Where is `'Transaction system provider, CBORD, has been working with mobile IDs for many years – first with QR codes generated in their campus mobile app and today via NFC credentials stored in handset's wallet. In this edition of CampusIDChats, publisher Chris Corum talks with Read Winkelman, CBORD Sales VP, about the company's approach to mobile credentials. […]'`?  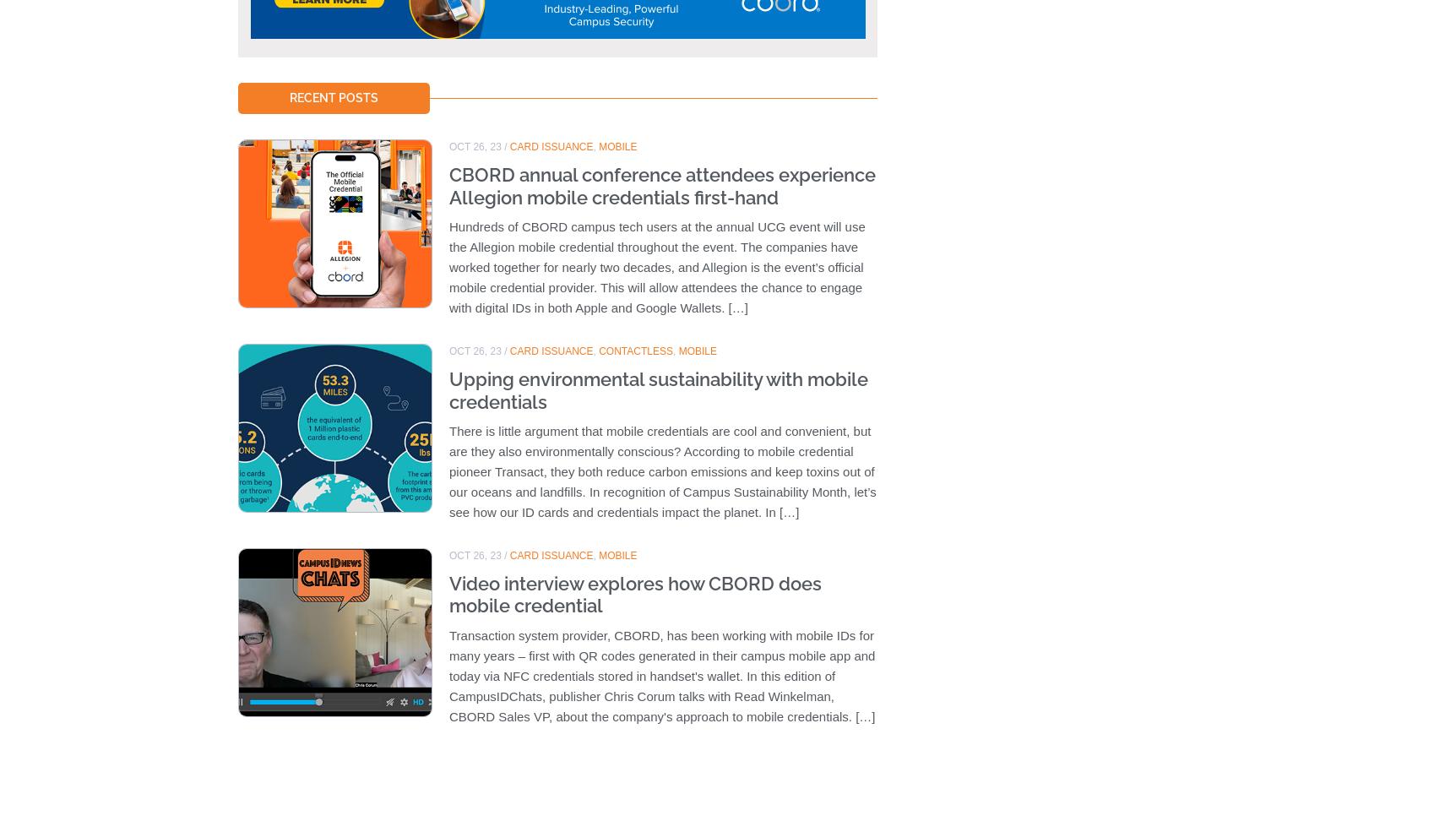
'Transaction system provider, CBORD, has been working with mobile IDs for many years – first with QR codes generated in their campus mobile app and today via NFC credentials stored in handset's wallet. In this edition of CampusIDChats, publisher Chris Corum talks with Read Winkelman, CBORD Sales VP, about the company's approach to mobile credentials. […]' is located at coordinates (662, 674).